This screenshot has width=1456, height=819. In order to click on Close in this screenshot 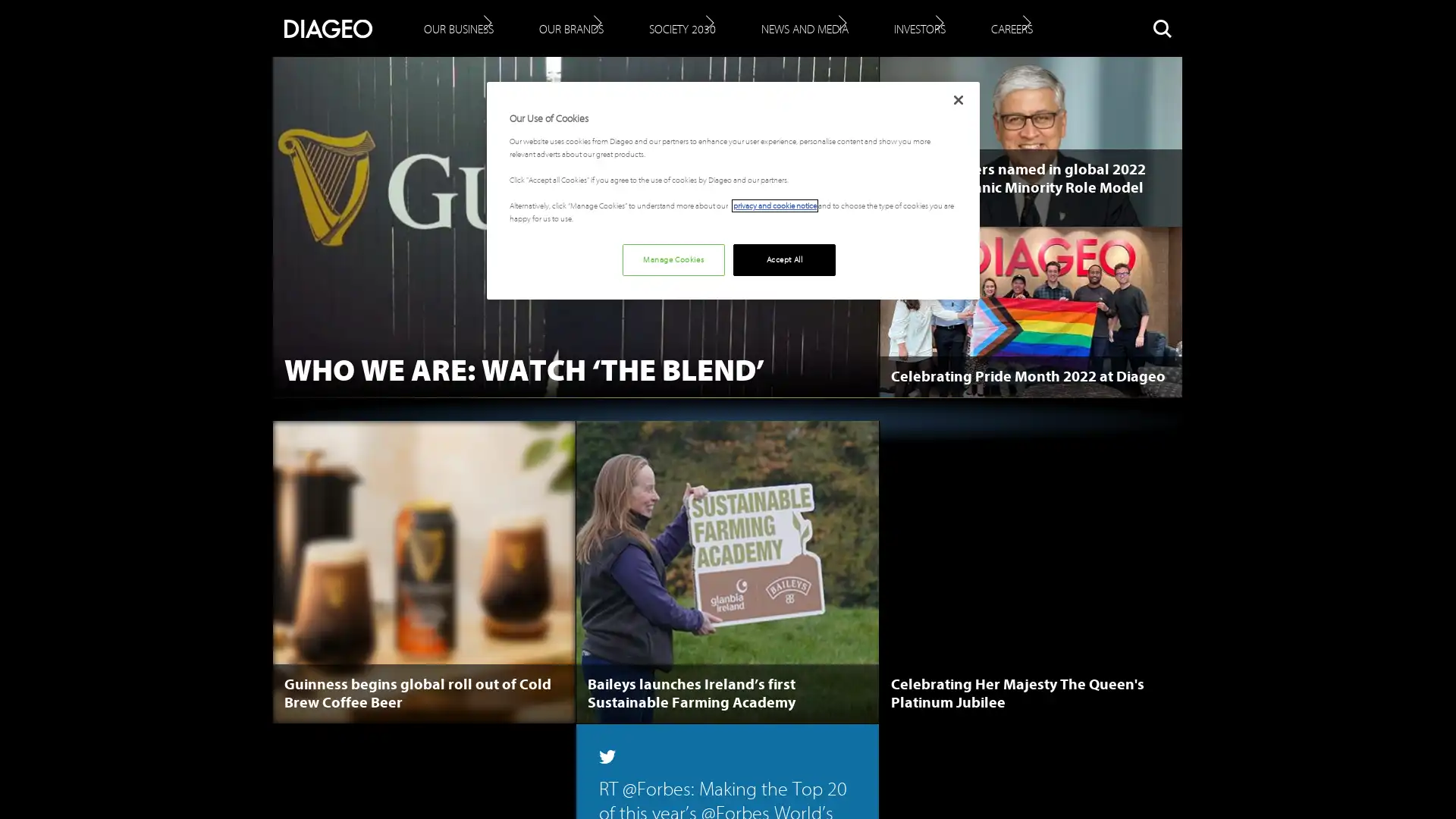, I will do `click(957, 99)`.